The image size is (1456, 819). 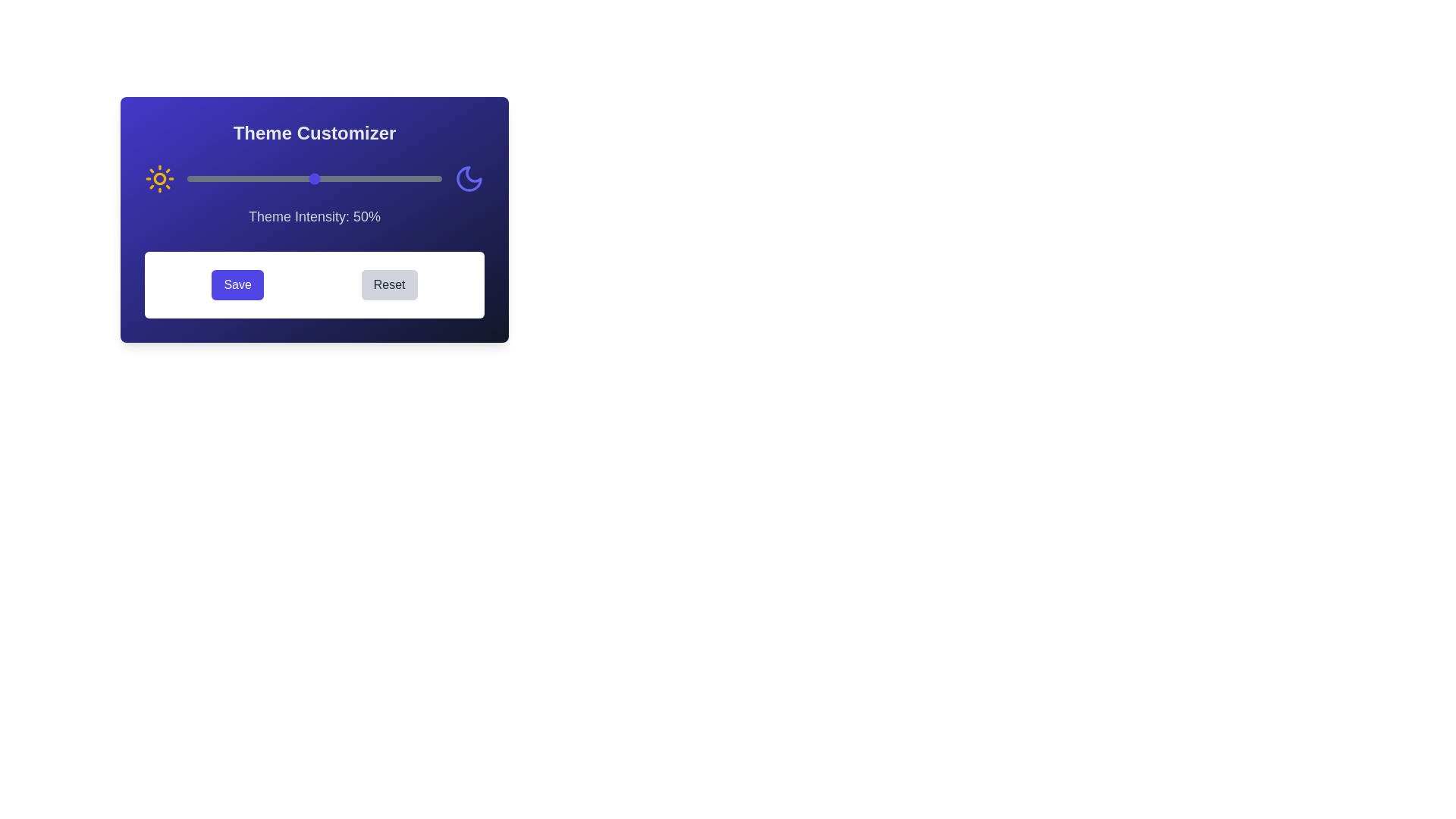 I want to click on 'Save' button to save the current settings, so click(x=237, y=284).